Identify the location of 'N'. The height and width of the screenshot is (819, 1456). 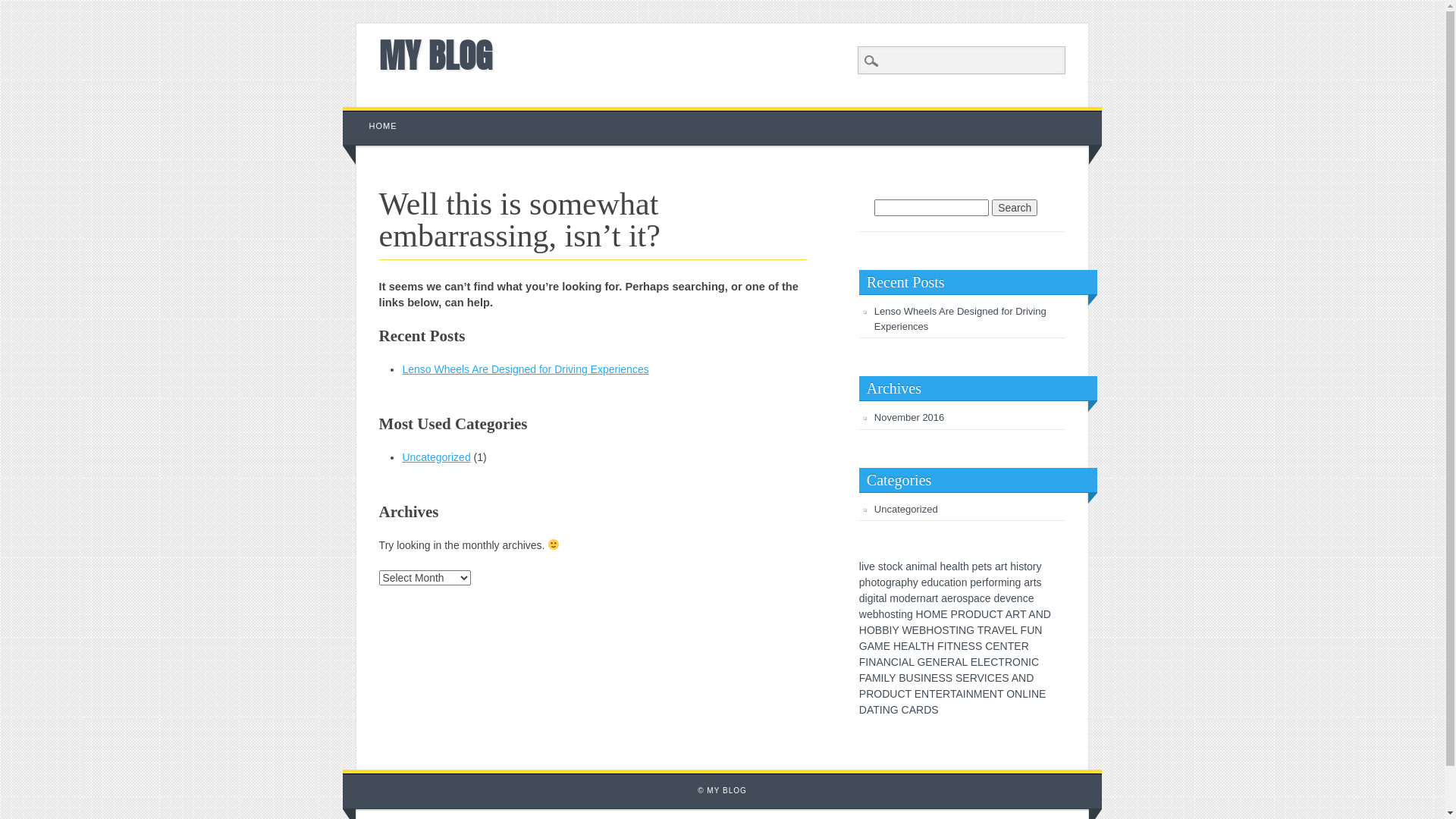
(1022, 677).